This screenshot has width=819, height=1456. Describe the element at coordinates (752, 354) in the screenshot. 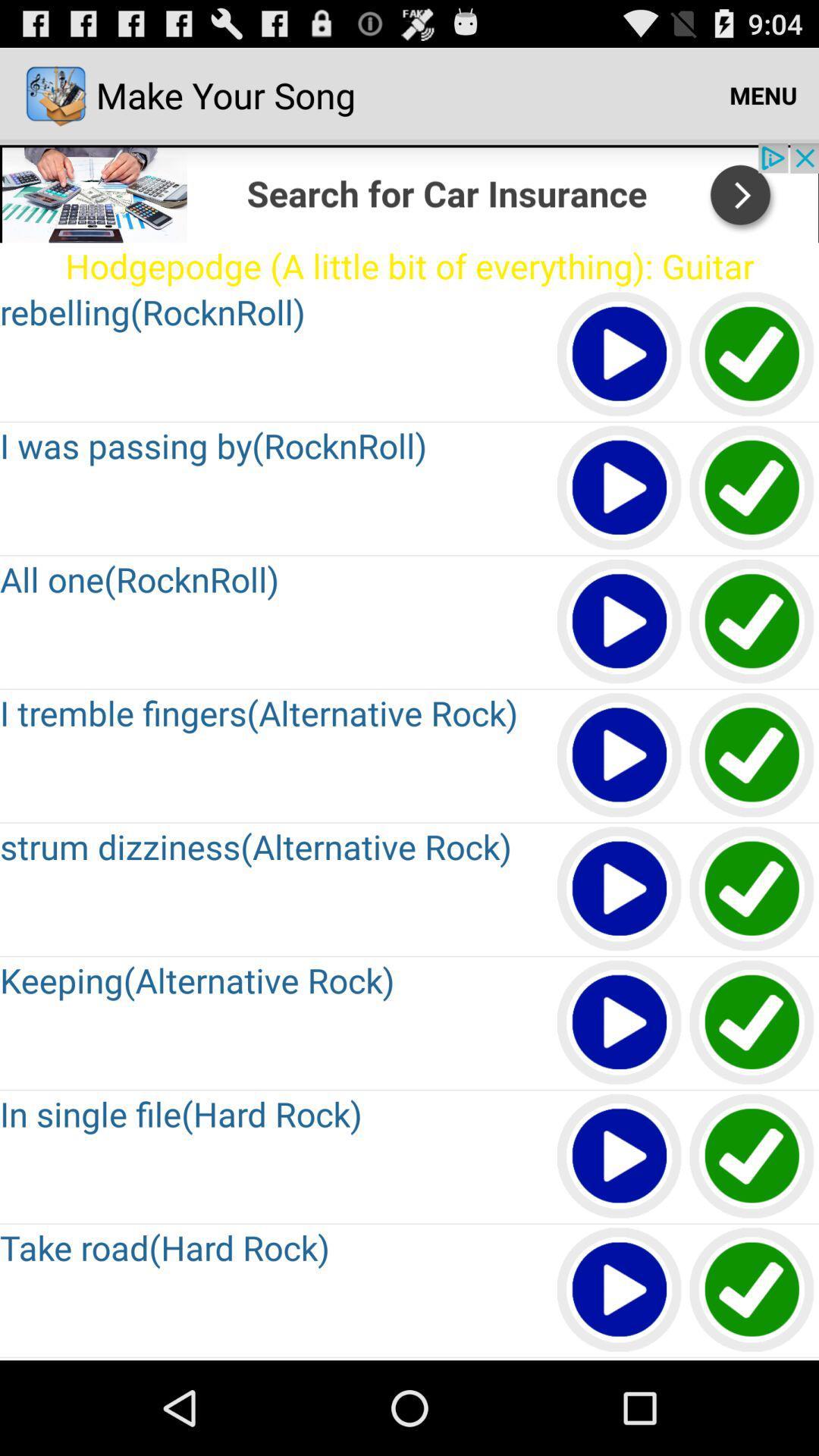

I see `right button` at that location.